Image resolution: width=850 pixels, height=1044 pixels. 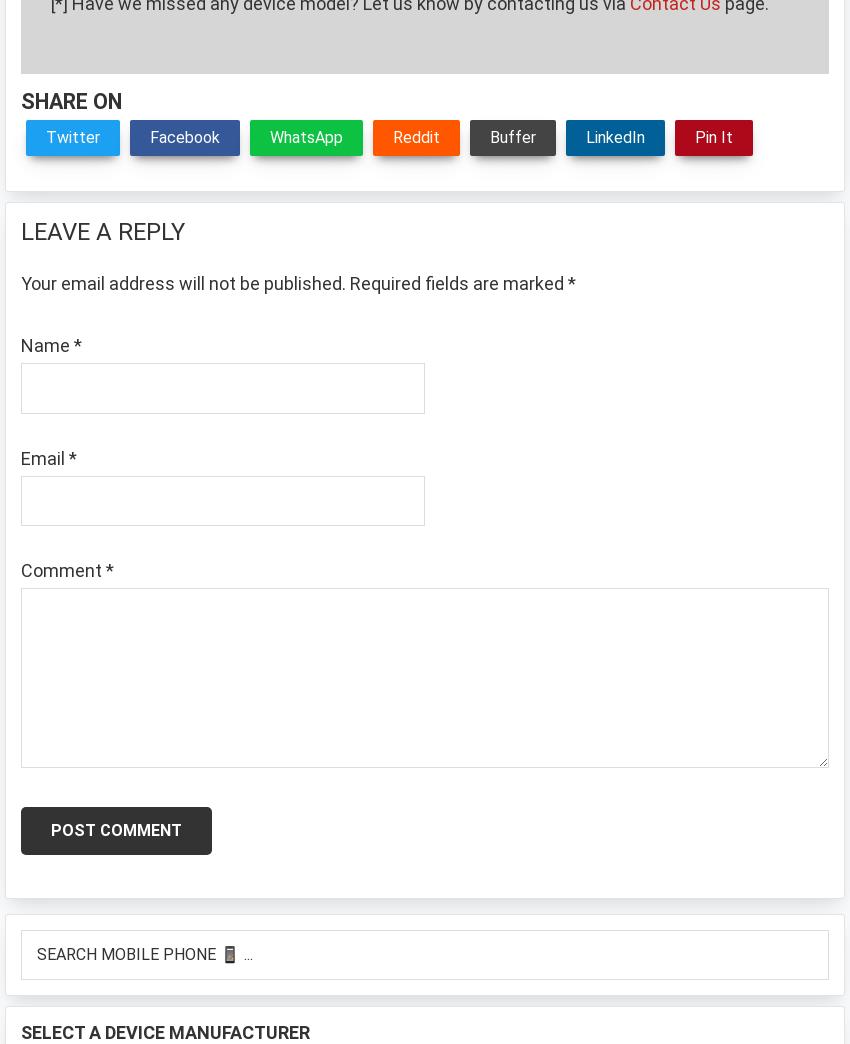 What do you see at coordinates (182, 281) in the screenshot?
I see `'Your email address will not be published.'` at bounding box center [182, 281].